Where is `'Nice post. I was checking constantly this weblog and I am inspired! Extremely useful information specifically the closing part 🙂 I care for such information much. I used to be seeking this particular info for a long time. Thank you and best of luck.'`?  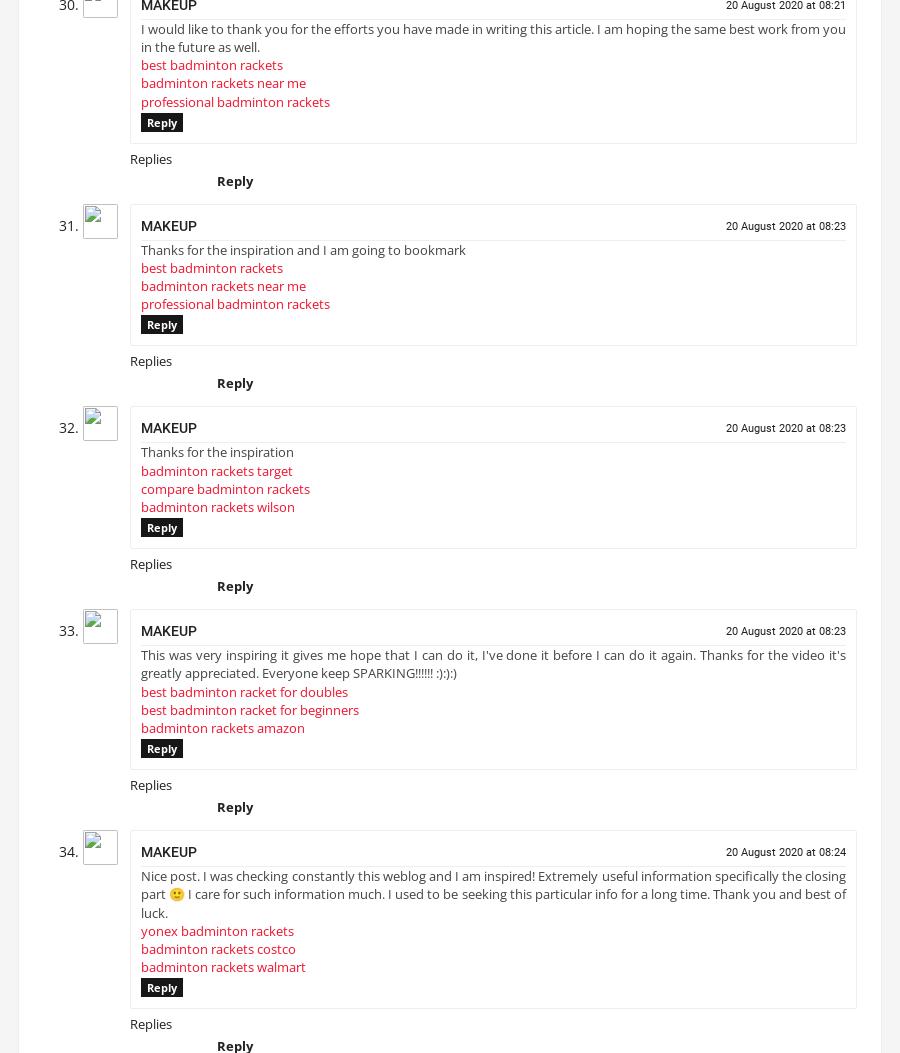 'Nice post. I was checking constantly this weblog and I am inspired! Extremely useful information specifically the closing part 🙂 I care for such information much. I used to be seeking this particular info for a long time. Thank you and best of luck.' is located at coordinates (492, 901).